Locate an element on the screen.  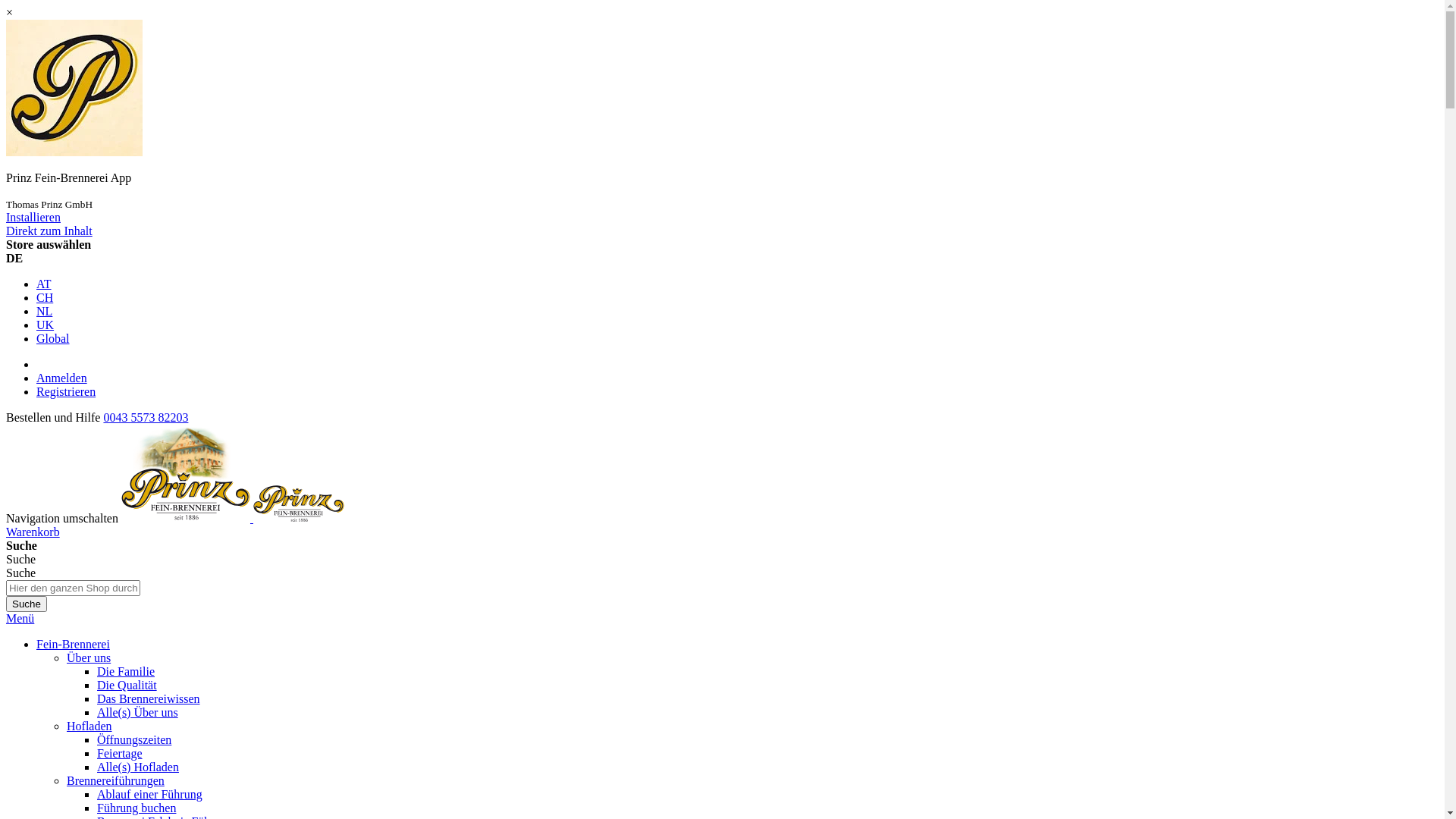
'Das Brennereiwissen' is located at coordinates (149, 698).